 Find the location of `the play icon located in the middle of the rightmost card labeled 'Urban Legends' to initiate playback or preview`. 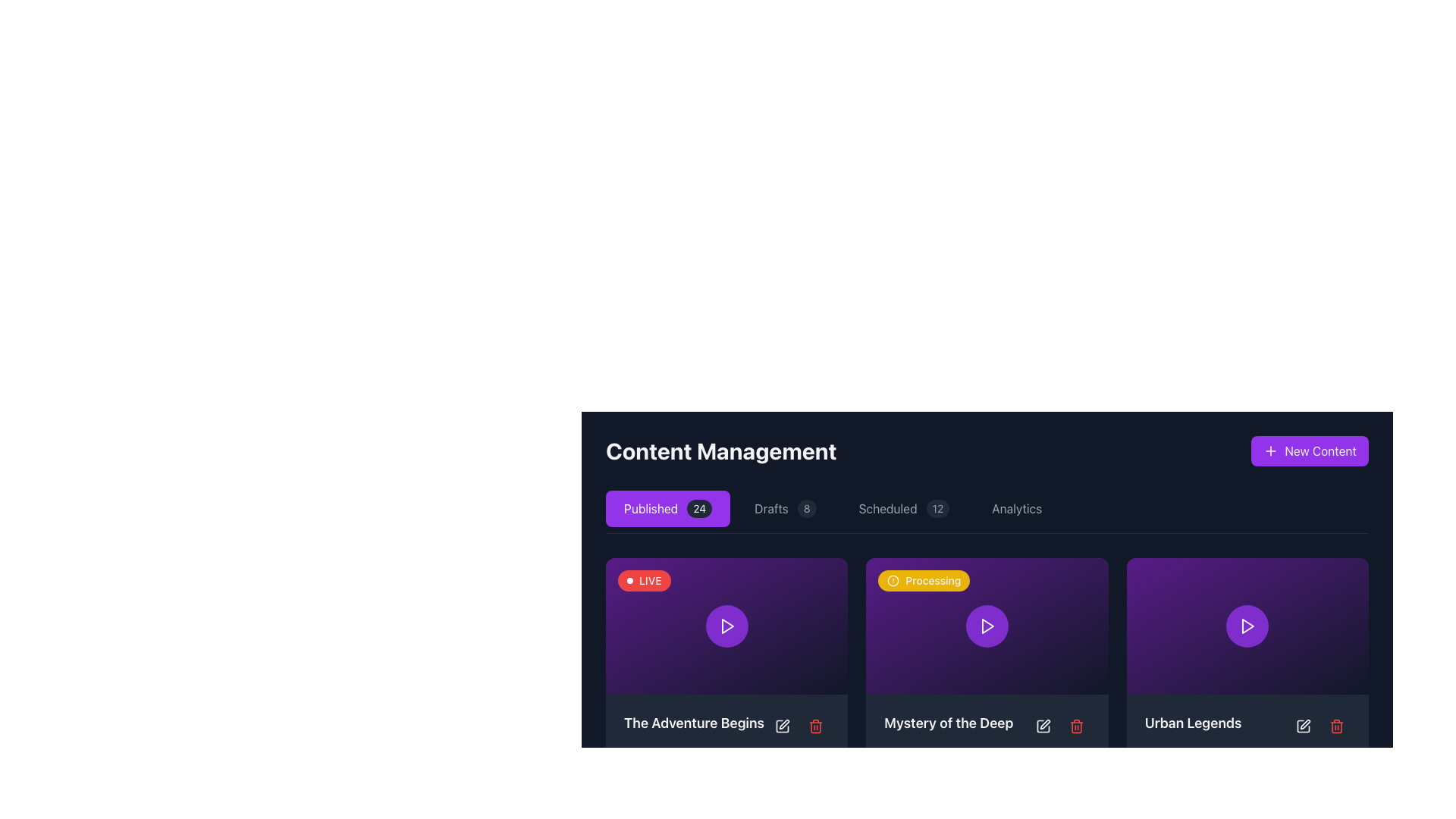

the play icon located in the middle of the rightmost card labeled 'Urban Legends' to initiate playback or preview is located at coordinates (1248, 626).